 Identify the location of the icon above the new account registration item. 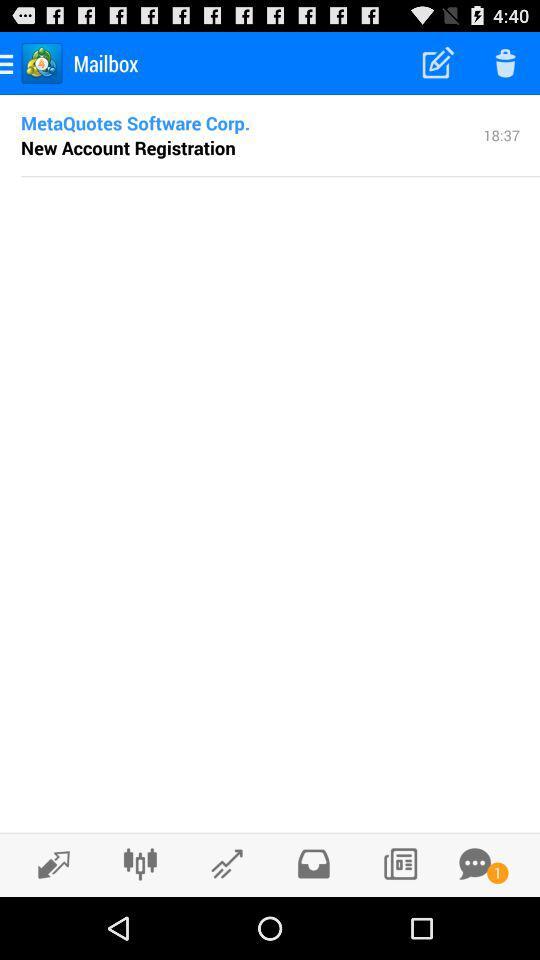
(135, 121).